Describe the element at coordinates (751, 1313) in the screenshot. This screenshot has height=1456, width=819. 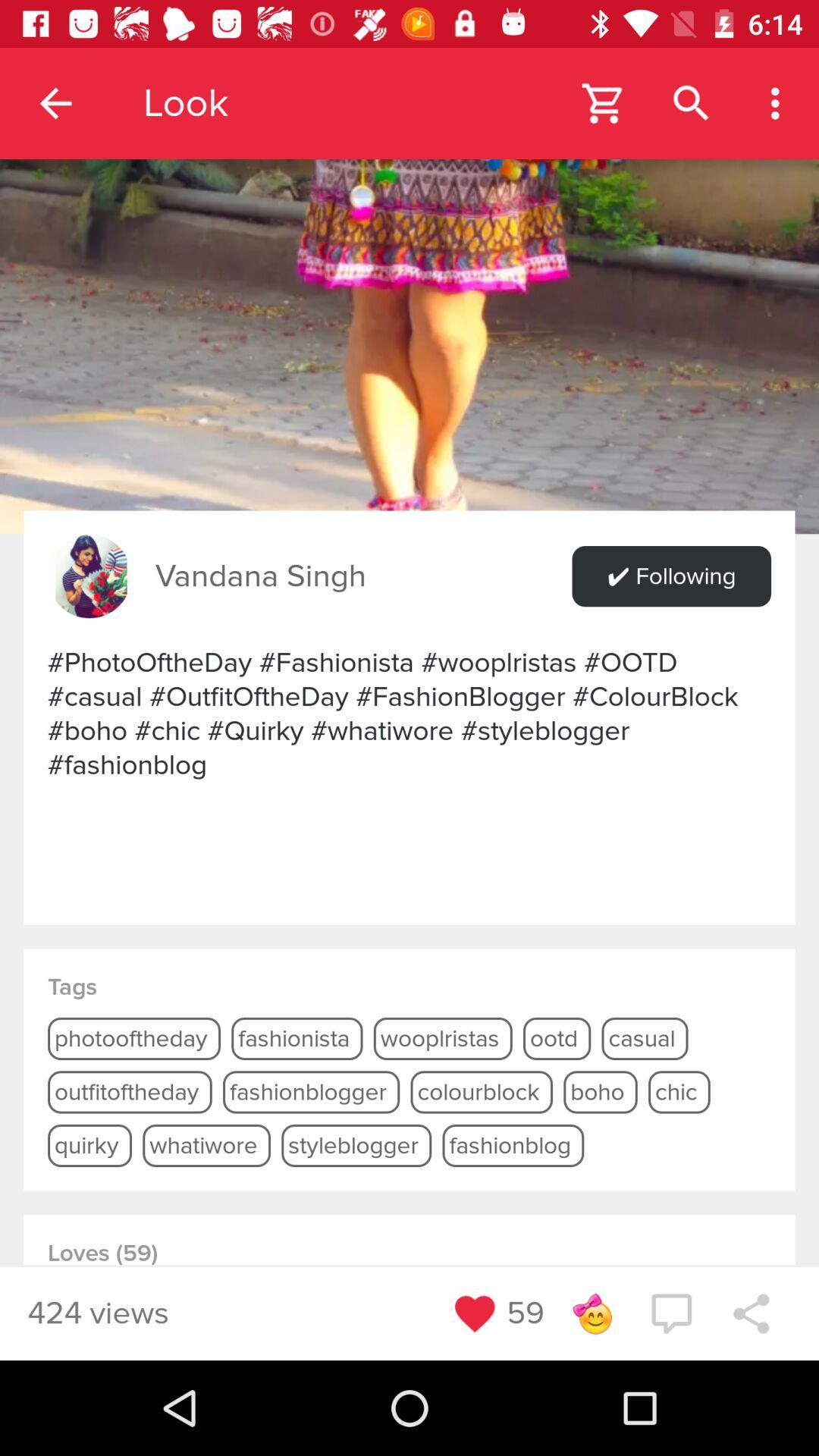
I see `share photo` at that location.